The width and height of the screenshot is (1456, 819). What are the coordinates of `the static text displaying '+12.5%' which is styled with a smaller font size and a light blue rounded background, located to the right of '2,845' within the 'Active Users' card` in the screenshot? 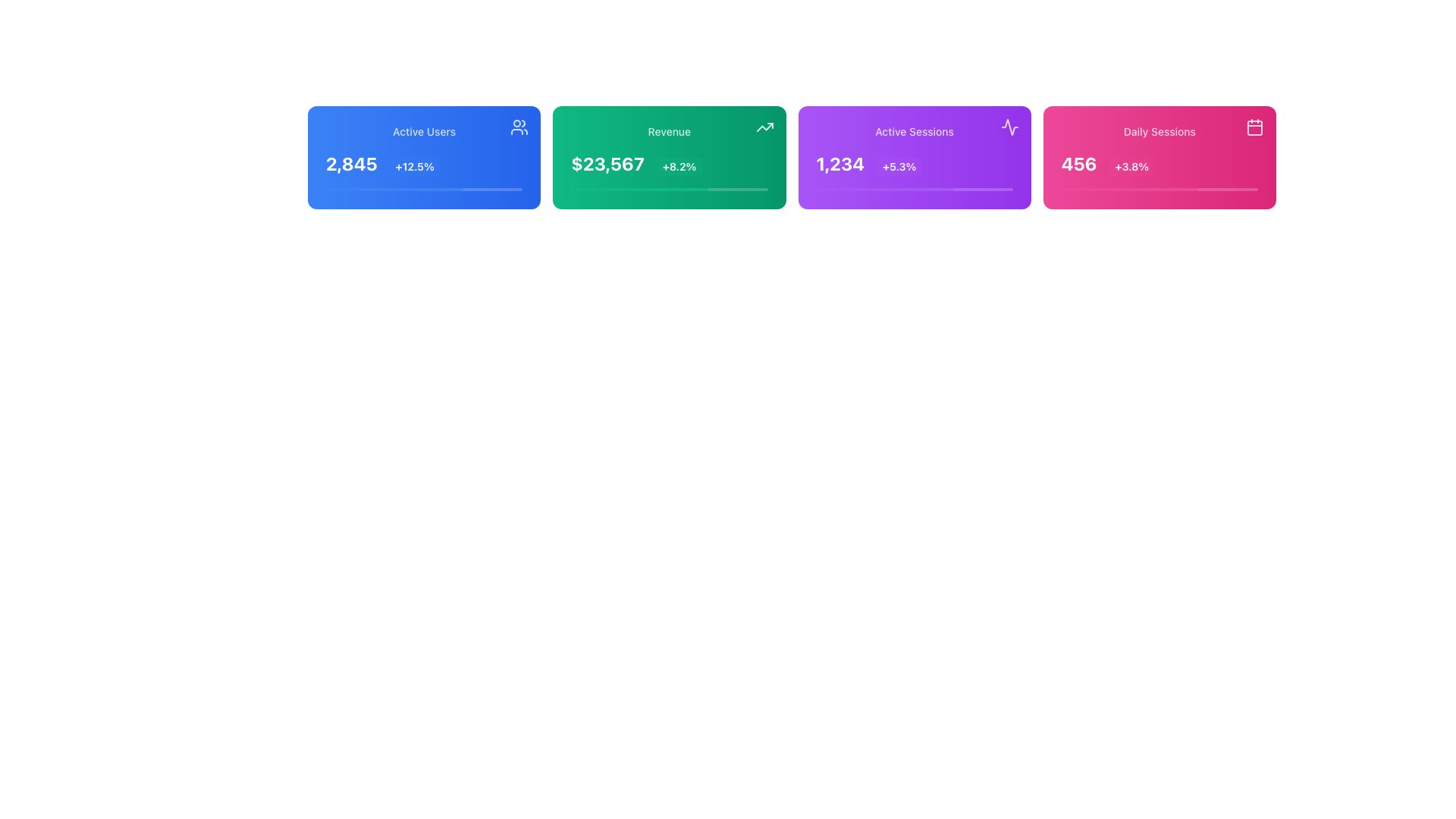 It's located at (415, 166).